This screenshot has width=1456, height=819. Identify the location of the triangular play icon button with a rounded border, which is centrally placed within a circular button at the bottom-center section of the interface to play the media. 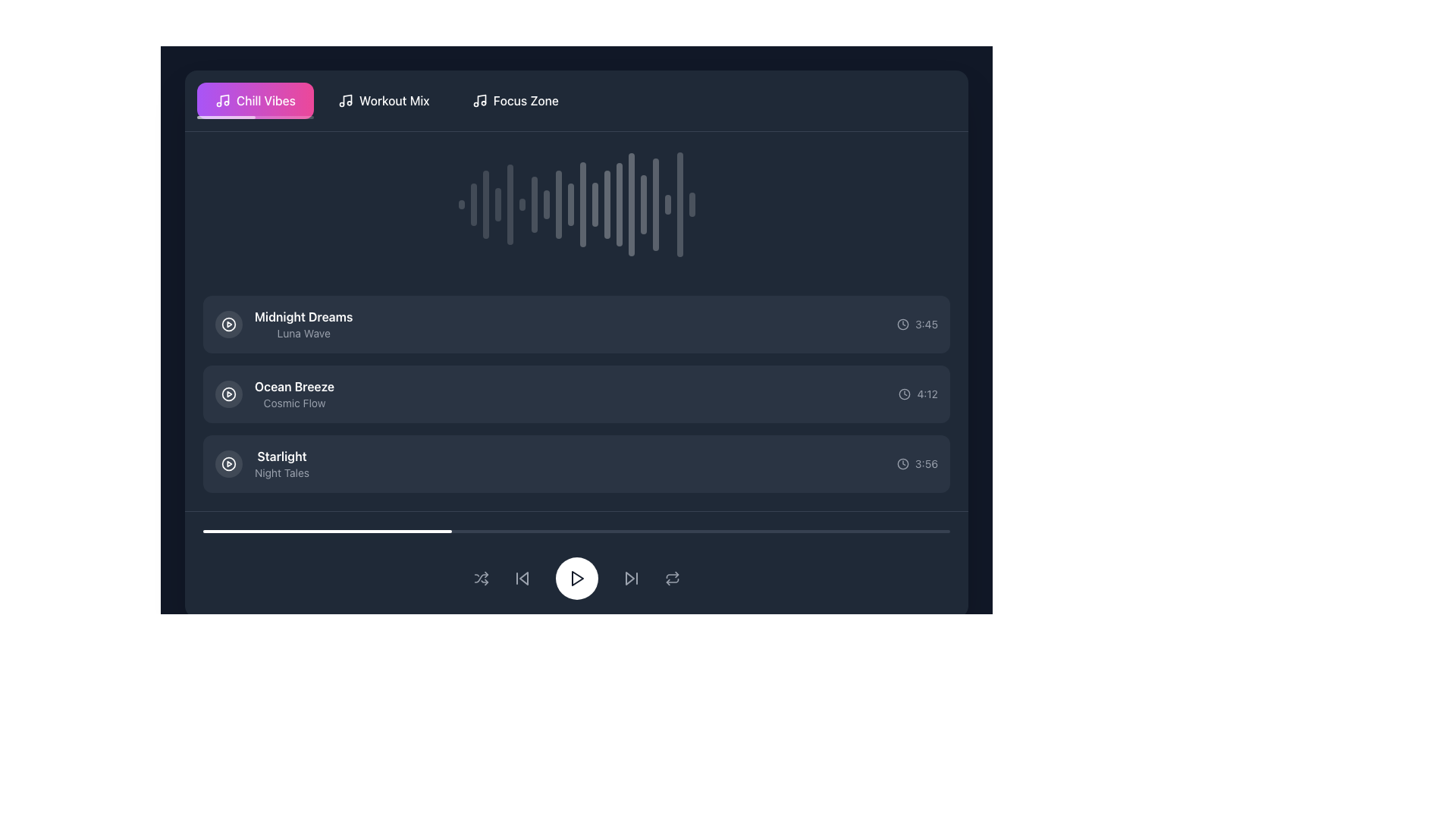
(576, 579).